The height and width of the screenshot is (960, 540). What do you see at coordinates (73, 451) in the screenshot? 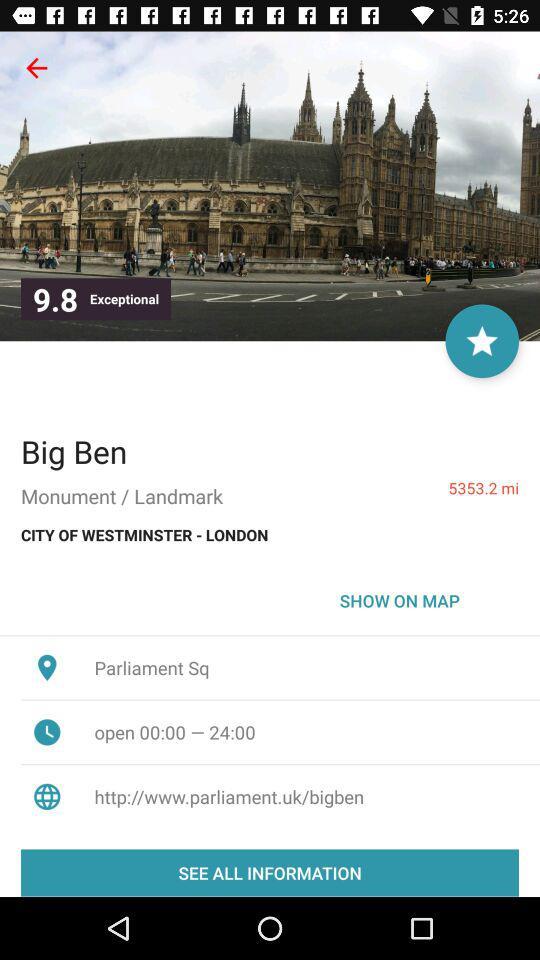
I see `the item to the left of the 5353.2 mi icon` at bounding box center [73, 451].